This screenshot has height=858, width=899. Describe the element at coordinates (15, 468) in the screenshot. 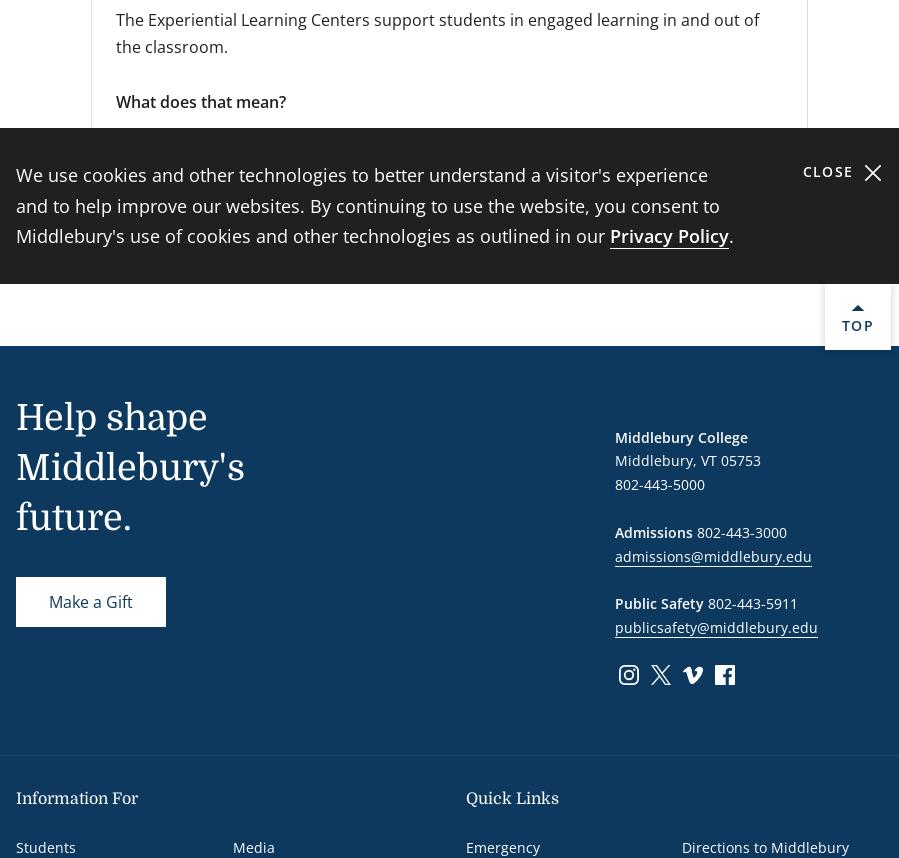

I see `'Help shape Middlebury's future.'` at that location.